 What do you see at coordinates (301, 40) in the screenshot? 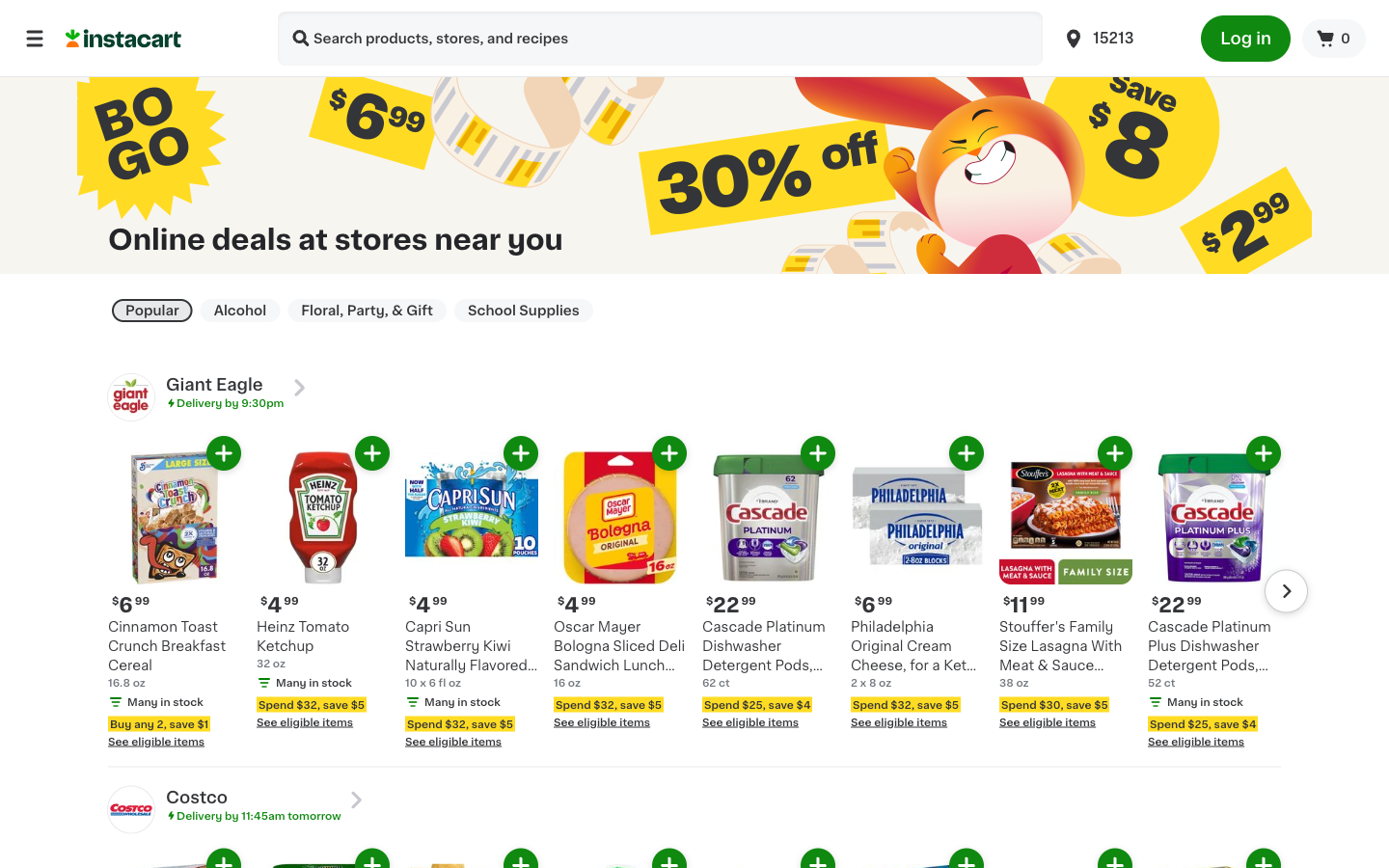
I see `if there are any stores with fast delivery for Hand Sanitizers` at bounding box center [301, 40].